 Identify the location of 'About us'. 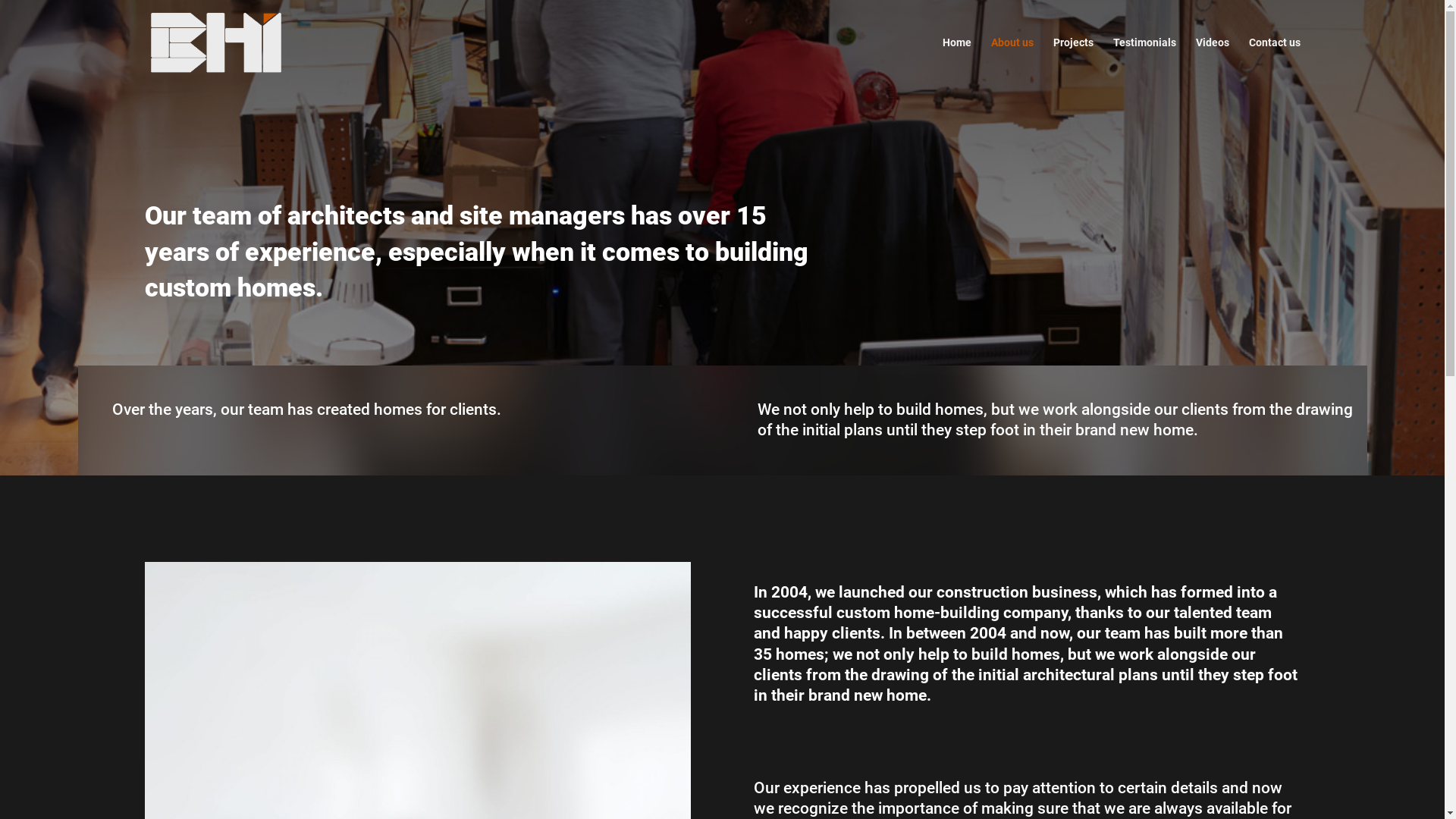
(1012, 60).